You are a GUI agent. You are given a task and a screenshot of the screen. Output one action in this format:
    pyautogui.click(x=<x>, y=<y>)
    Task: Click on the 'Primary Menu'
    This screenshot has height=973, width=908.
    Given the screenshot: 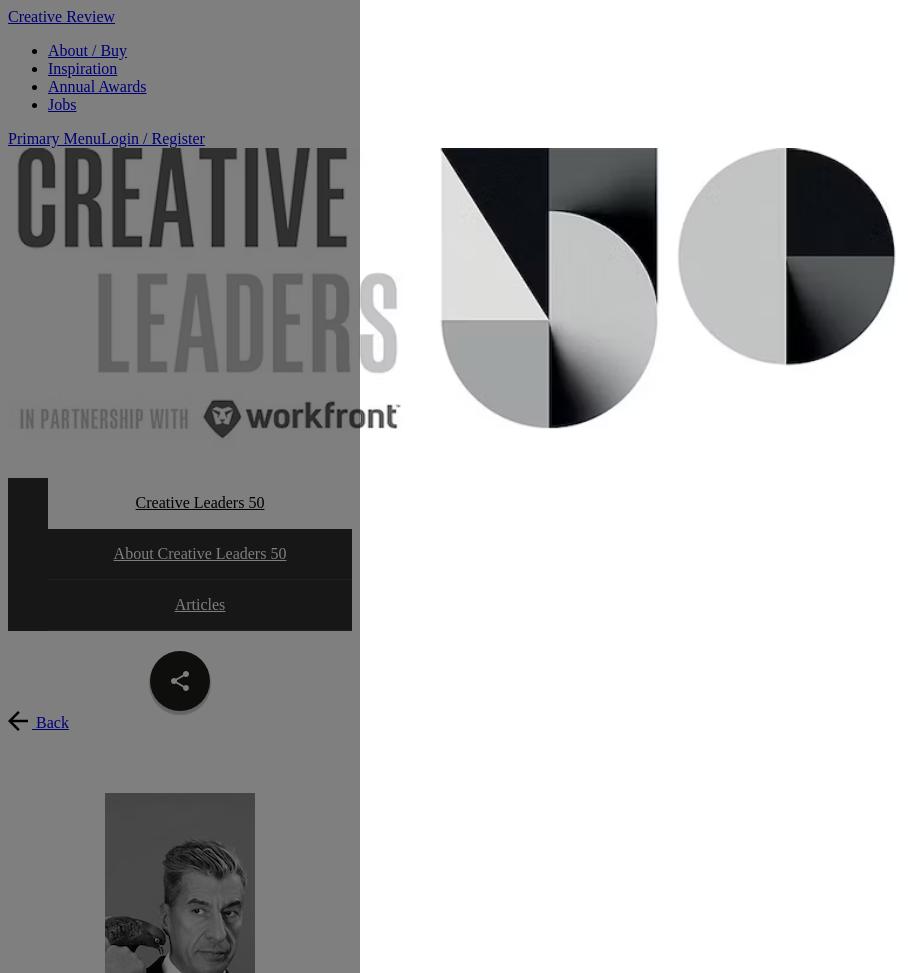 What is the action you would take?
    pyautogui.click(x=6, y=137)
    